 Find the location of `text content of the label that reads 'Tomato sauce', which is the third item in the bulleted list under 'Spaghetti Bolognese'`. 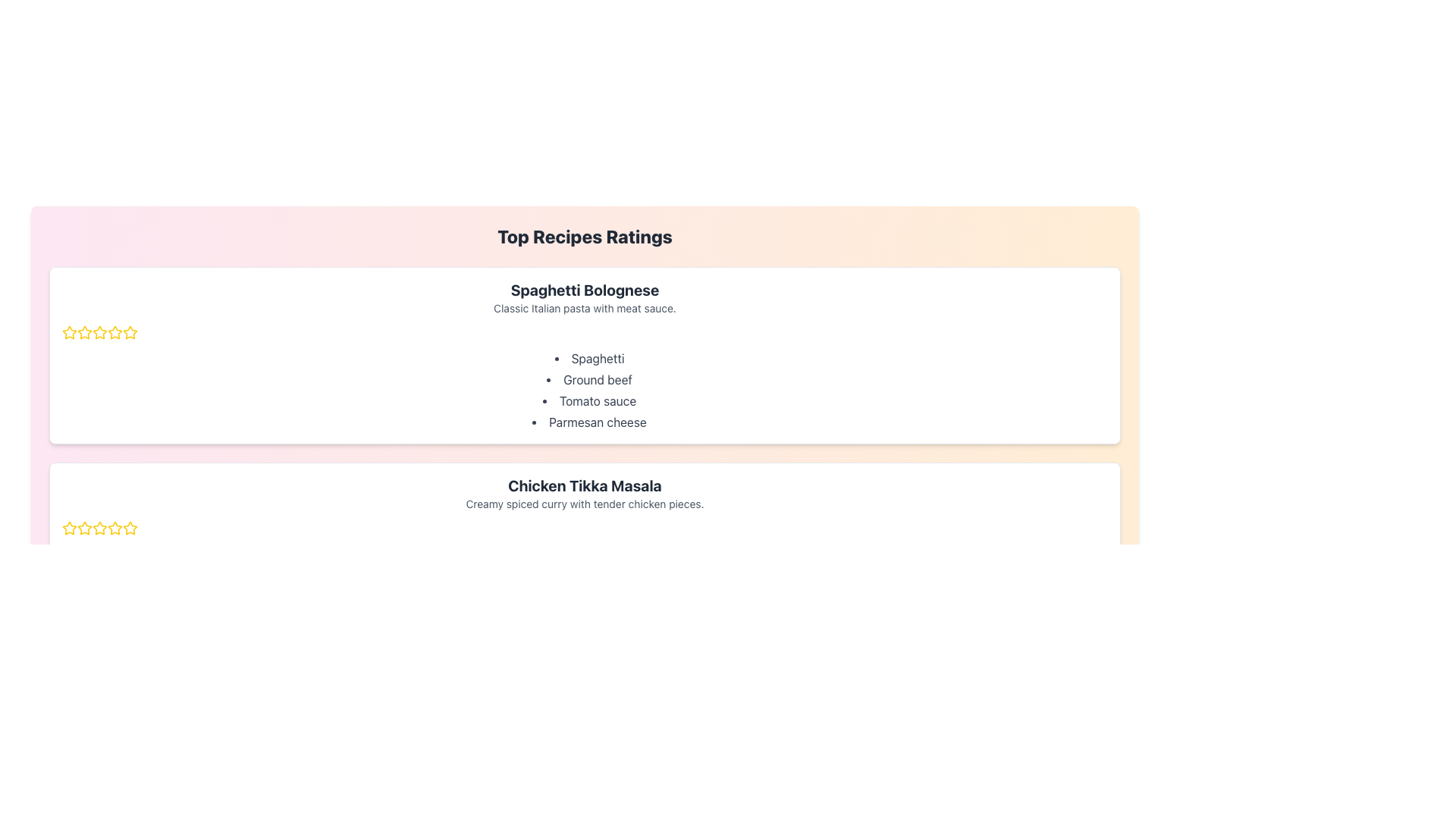

text content of the label that reads 'Tomato sauce', which is the third item in the bulleted list under 'Spaghetti Bolognese' is located at coordinates (588, 400).